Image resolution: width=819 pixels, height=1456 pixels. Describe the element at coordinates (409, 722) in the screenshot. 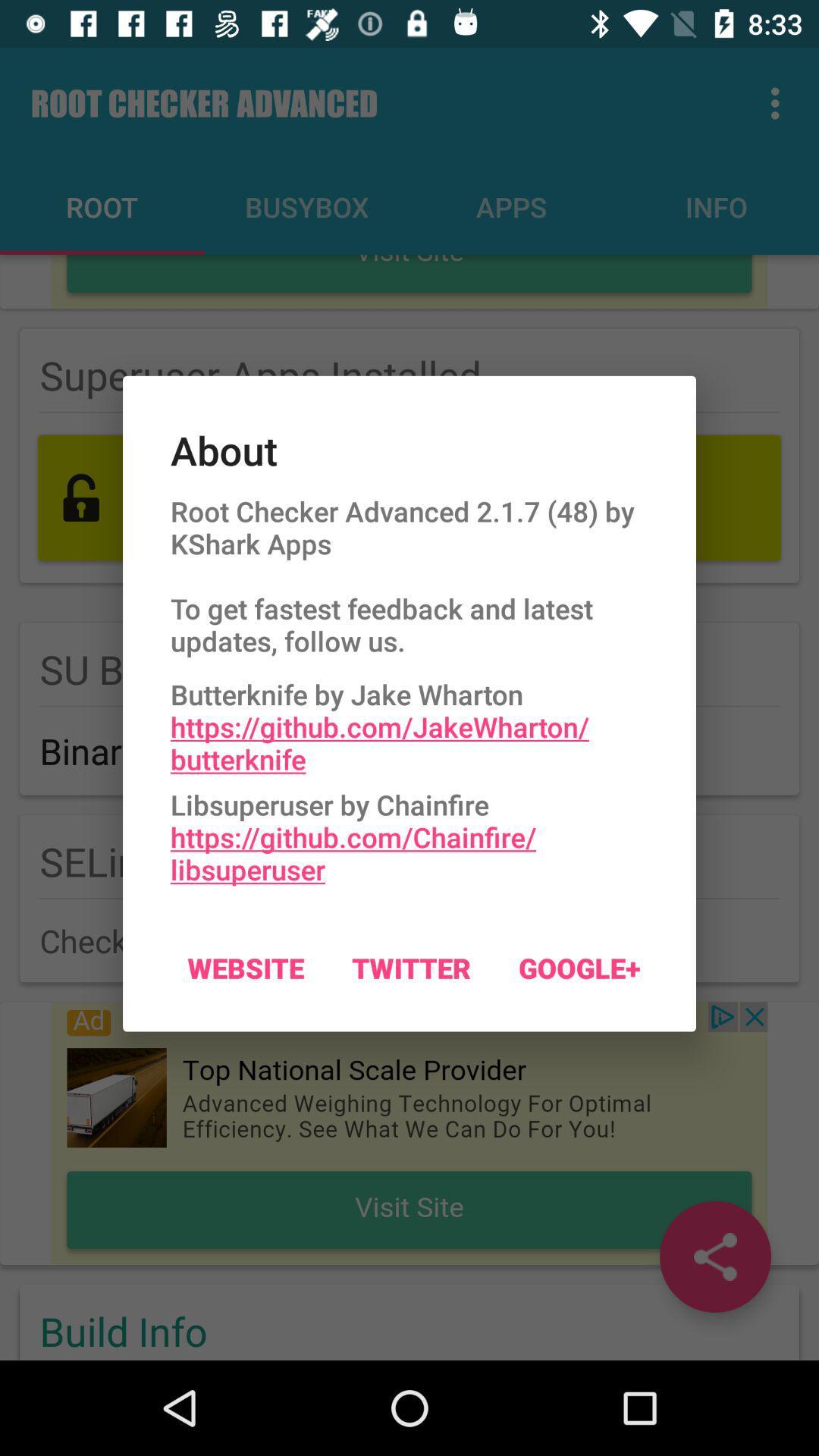

I see `icon below root checker advanced` at that location.